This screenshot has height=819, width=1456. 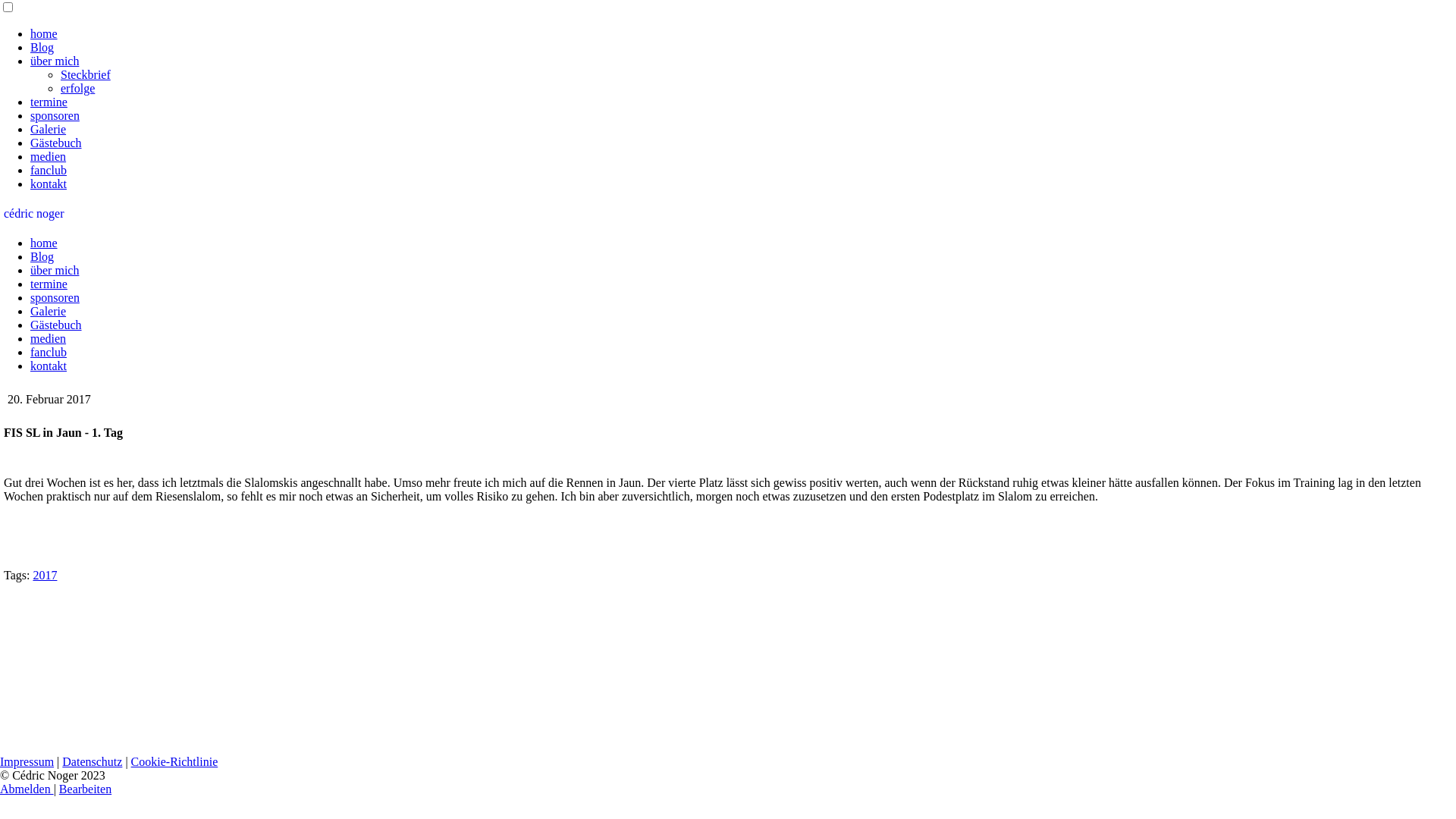 What do you see at coordinates (130, 761) in the screenshot?
I see `'Cookie-Richtlinie'` at bounding box center [130, 761].